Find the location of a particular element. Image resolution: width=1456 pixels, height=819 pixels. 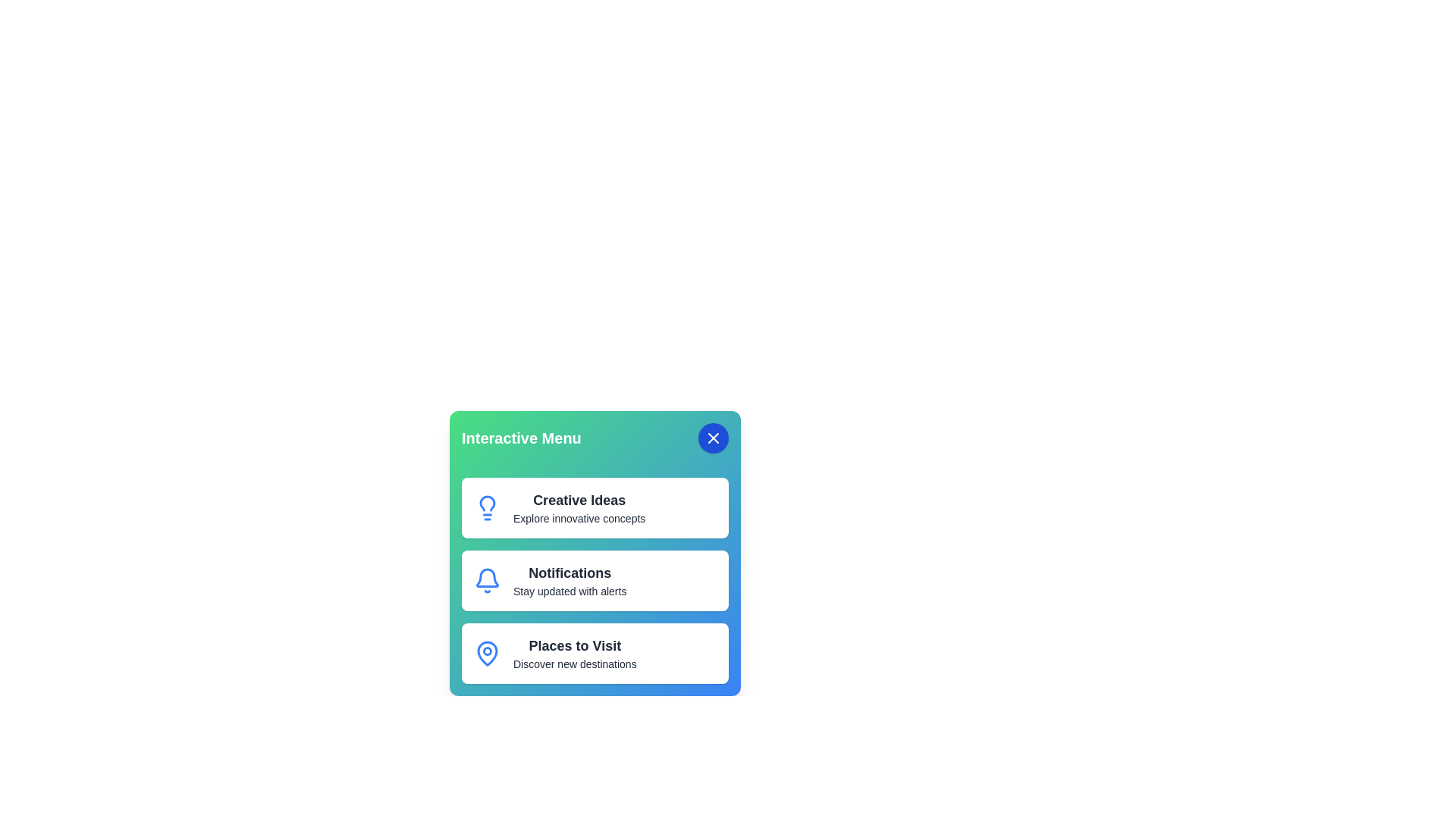

the icon of the menu item Places to Visit to trigger its visual feedback is located at coordinates (488, 652).